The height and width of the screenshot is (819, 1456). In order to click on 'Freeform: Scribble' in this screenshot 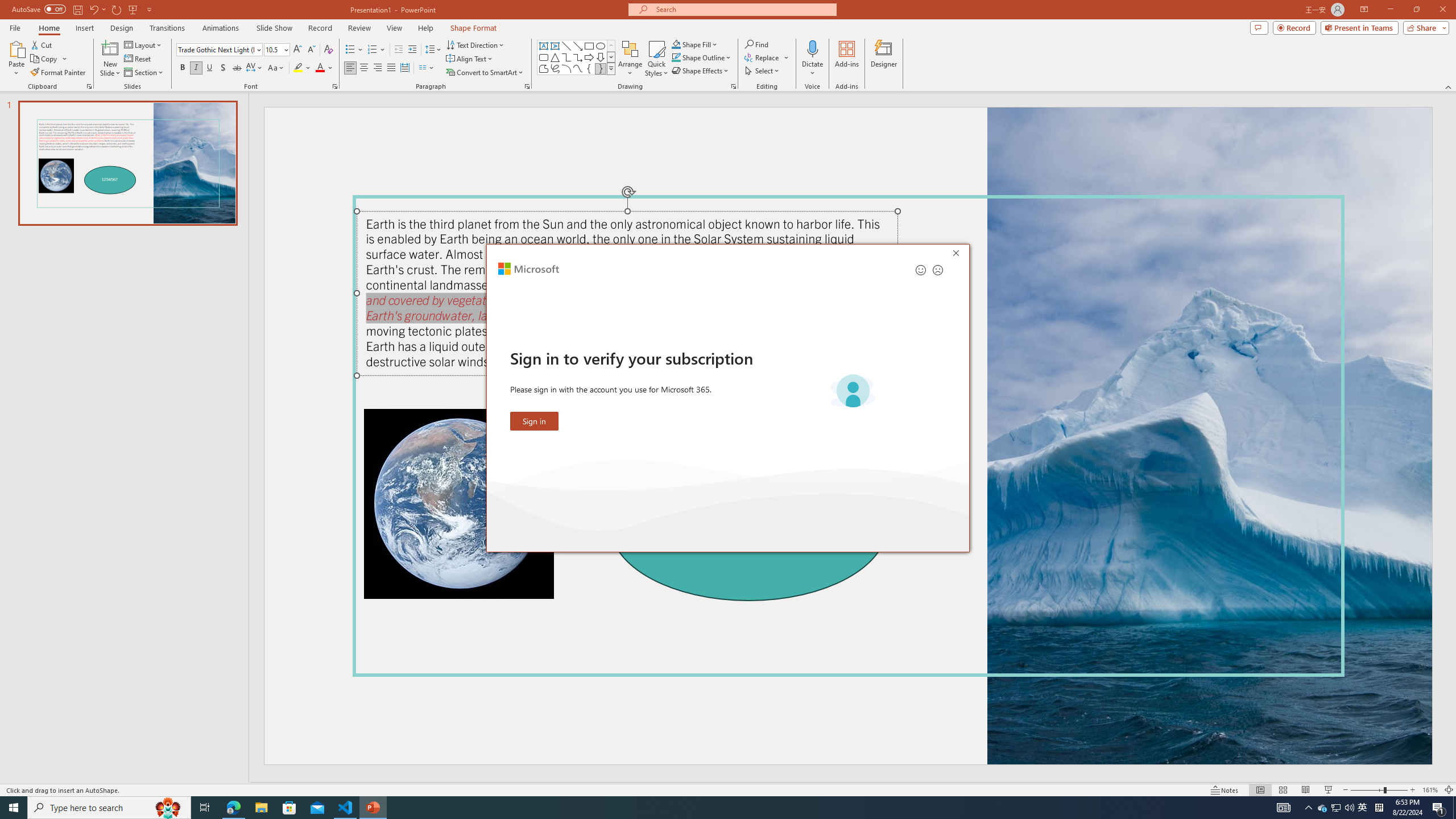, I will do `click(554, 68)`.